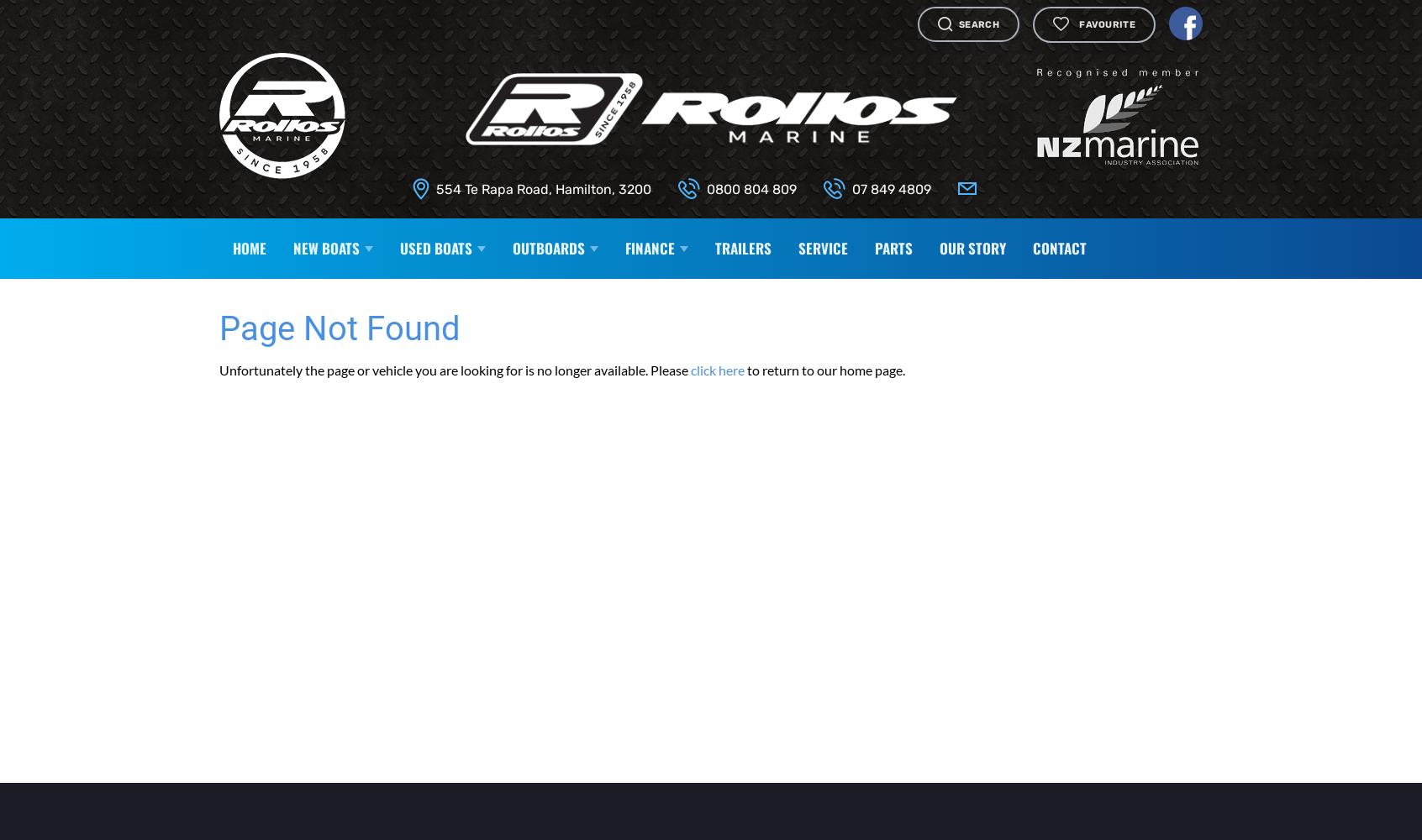 The height and width of the screenshot is (840, 1422). I want to click on 'Parts', so click(893, 247).